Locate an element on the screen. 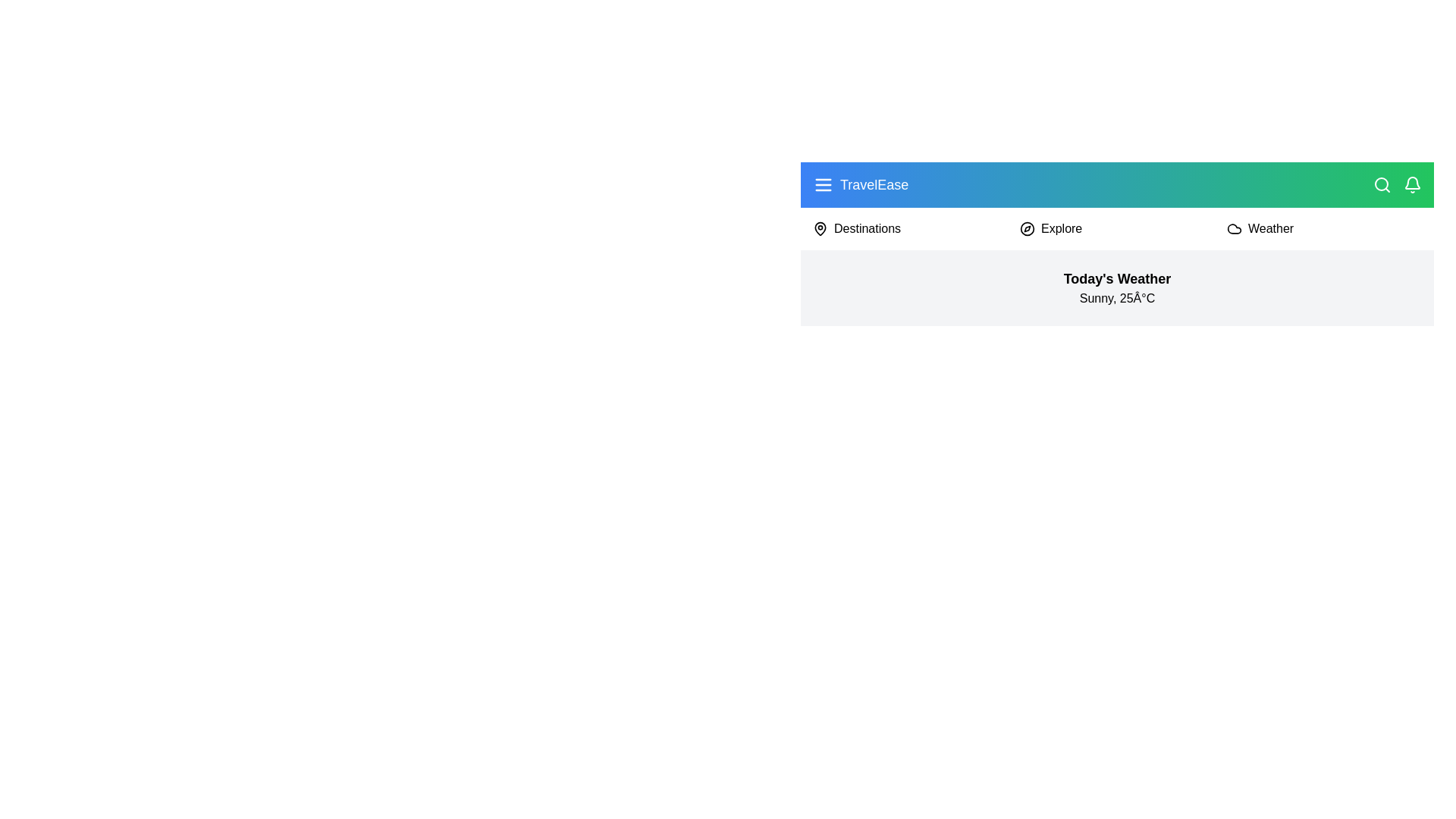 The height and width of the screenshot is (819, 1456). the menu item Destinations from the main menu is located at coordinates (867, 228).